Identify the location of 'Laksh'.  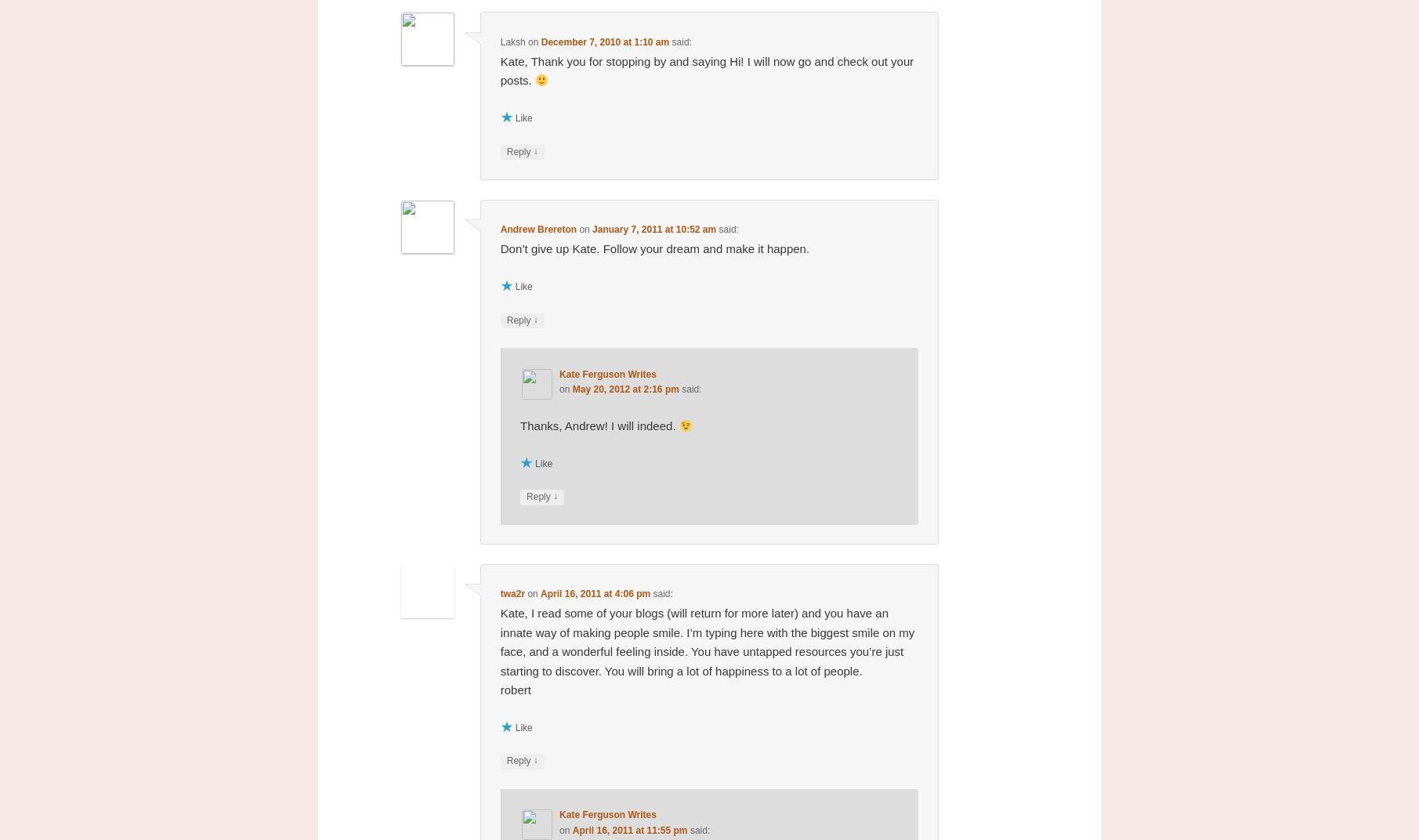
(512, 40).